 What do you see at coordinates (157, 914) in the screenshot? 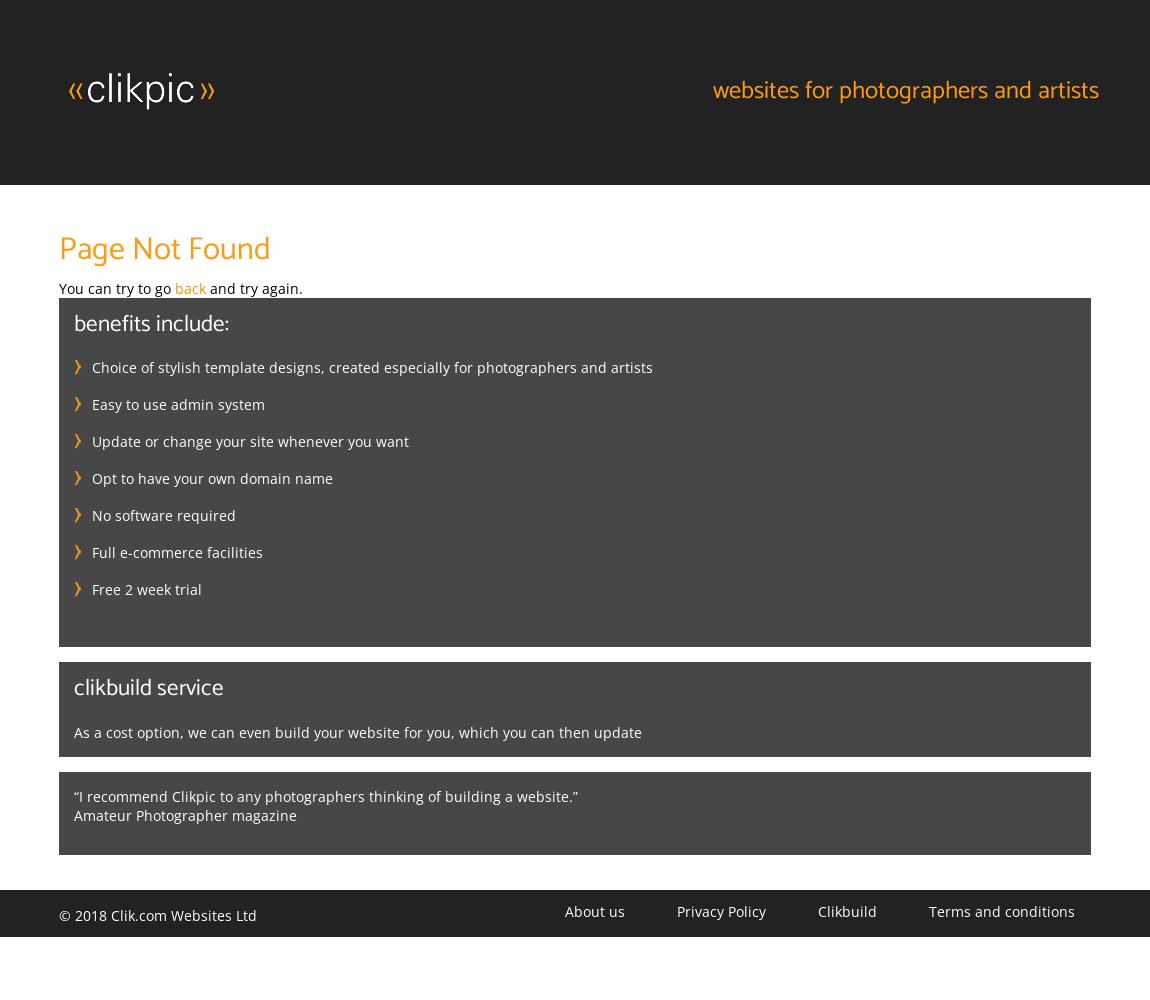
I see `'© 2018 Clik.com Websites Ltd'` at bounding box center [157, 914].